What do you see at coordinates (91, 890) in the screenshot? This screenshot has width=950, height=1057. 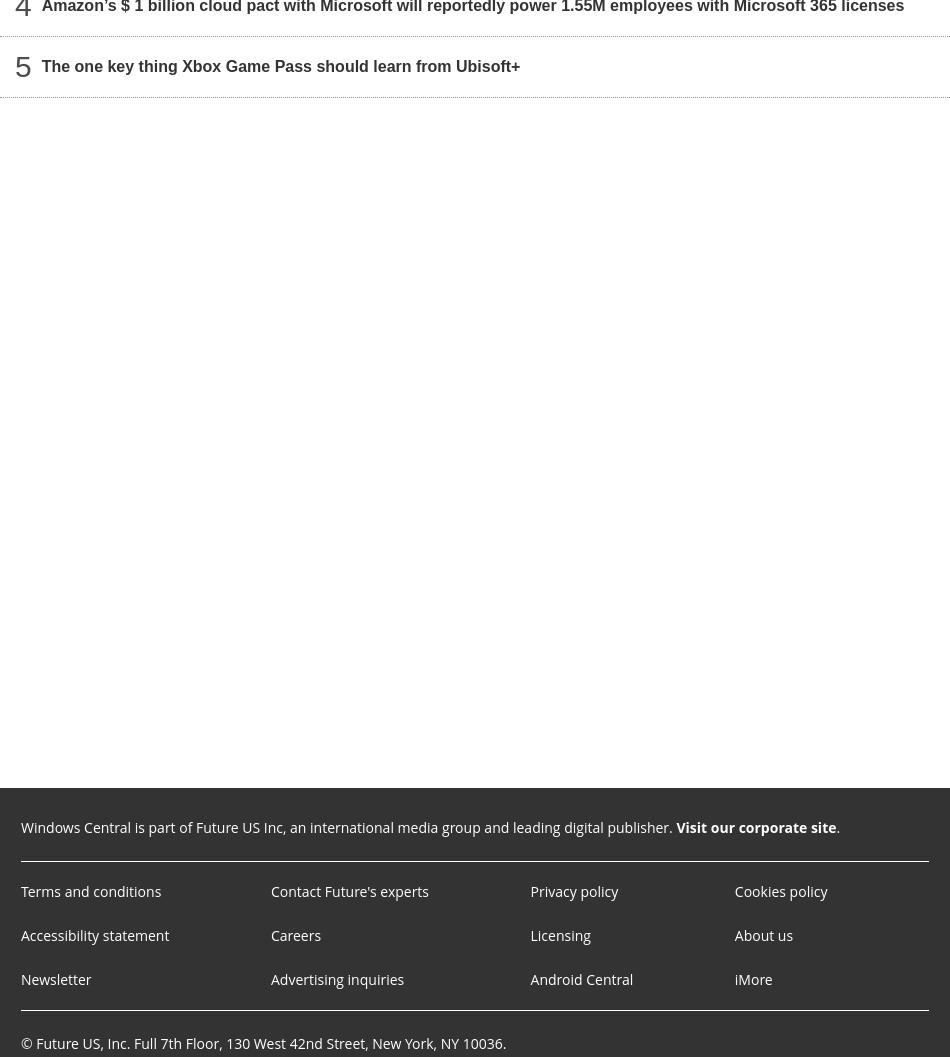 I see `'Terms and conditions'` at bounding box center [91, 890].